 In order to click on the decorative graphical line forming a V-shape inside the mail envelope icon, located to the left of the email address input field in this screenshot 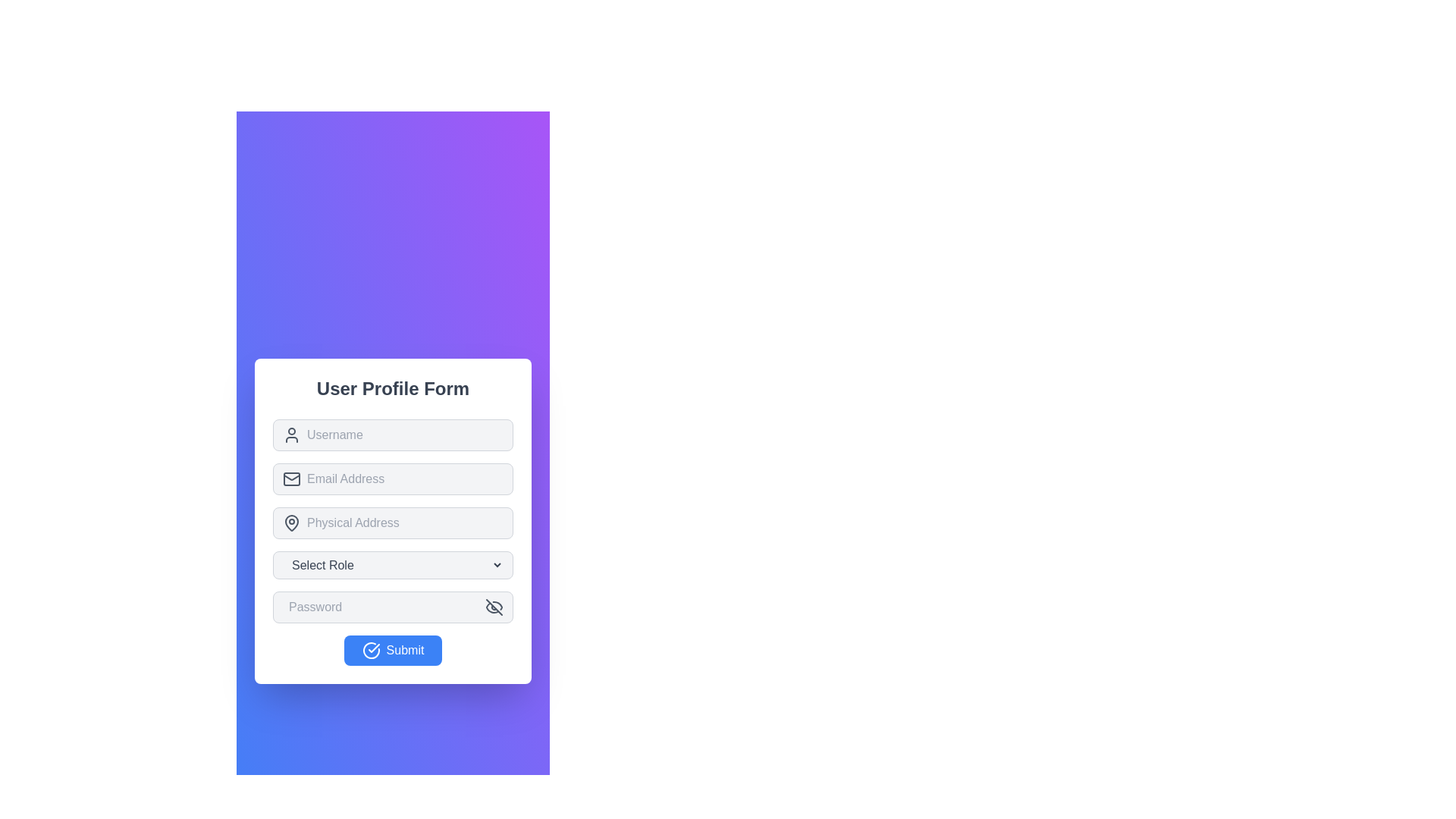, I will do `click(291, 475)`.